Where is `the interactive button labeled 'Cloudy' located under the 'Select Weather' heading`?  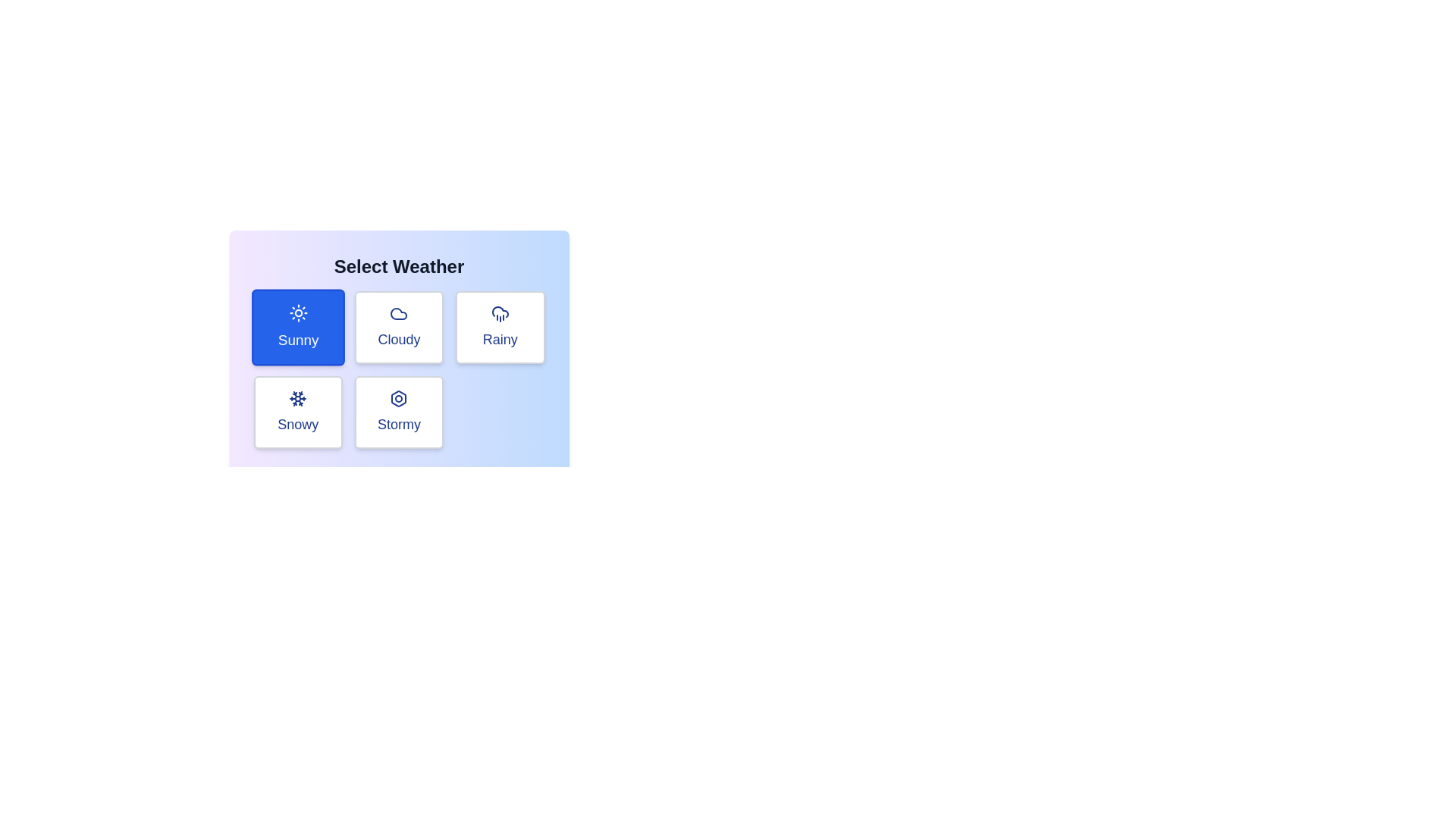 the interactive button labeled 'Cloudy' located under the 'Select Weather' heading is located at coordinates (399, 327).